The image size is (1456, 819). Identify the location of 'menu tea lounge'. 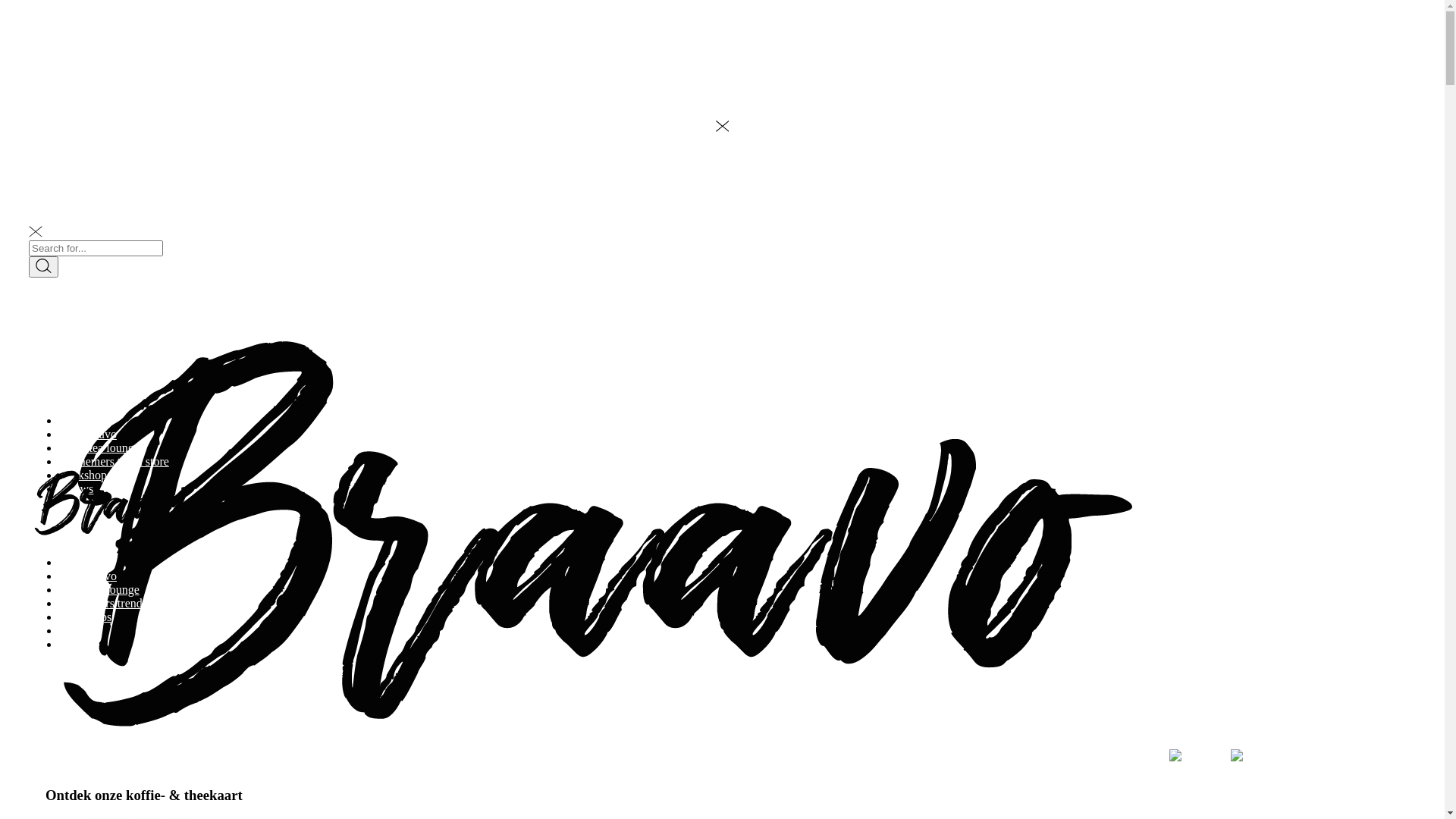
(58, 588).